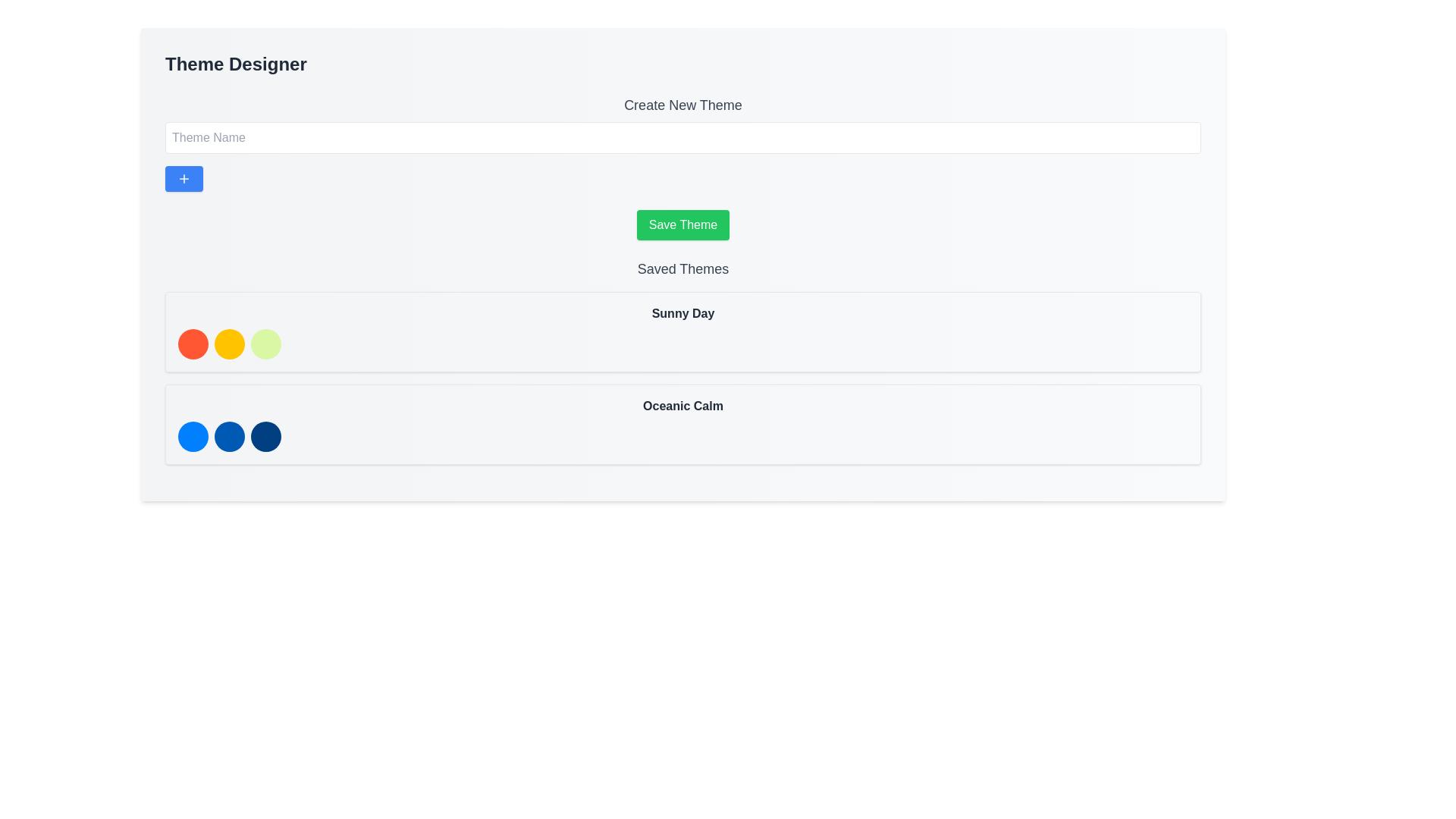 Image resolution: width=1456 pixels, height=819 pixels. Describe the element at coordinates (192, 436) in the screenshot. I see `the first circular color indicator representing the 'Oceanic Calm' theme, which is the first circle from the left in the row of color indicators` at that location.